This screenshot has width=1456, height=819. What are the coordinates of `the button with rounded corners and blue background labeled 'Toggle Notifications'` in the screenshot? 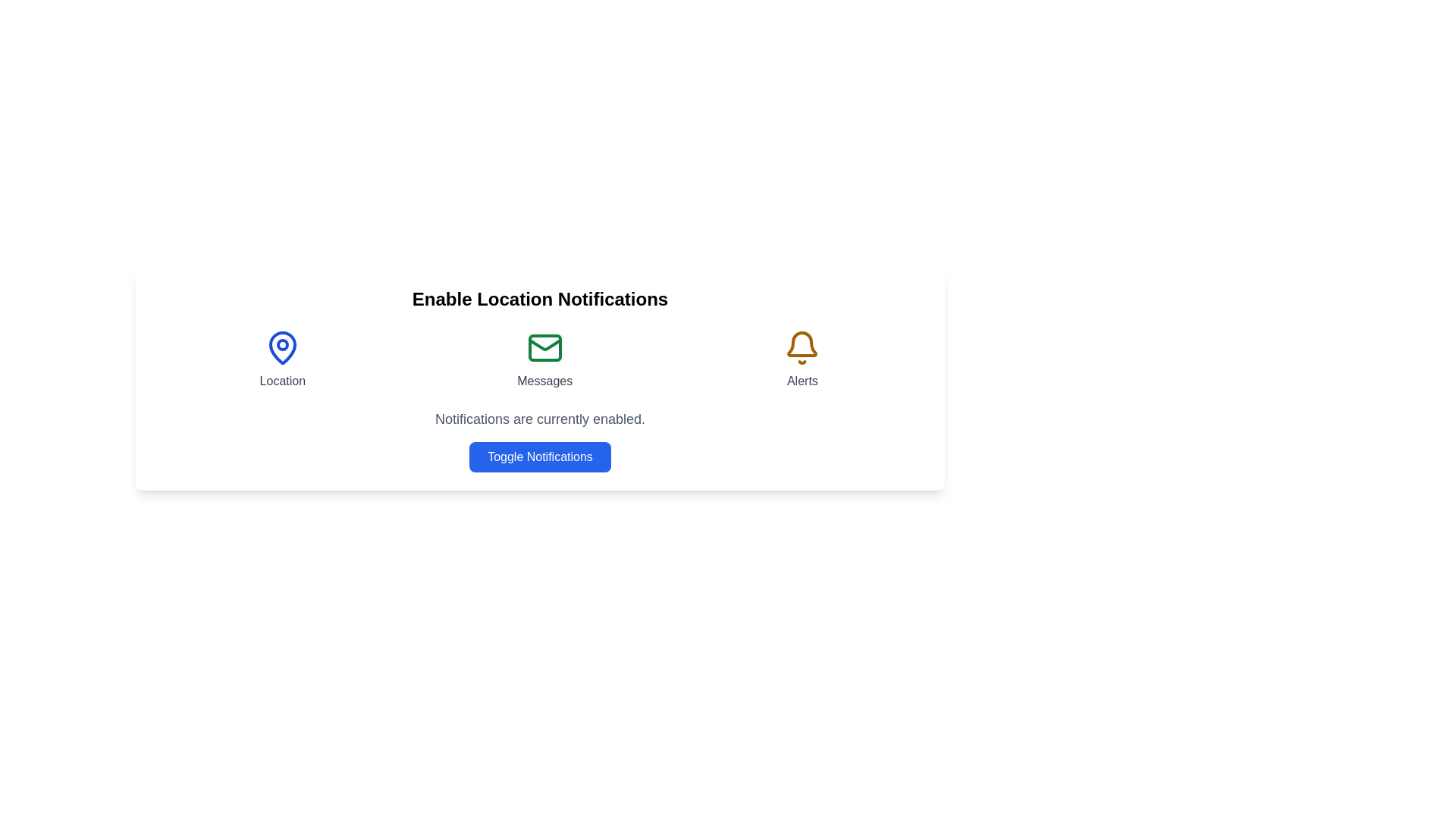 It's located at (540, 456).